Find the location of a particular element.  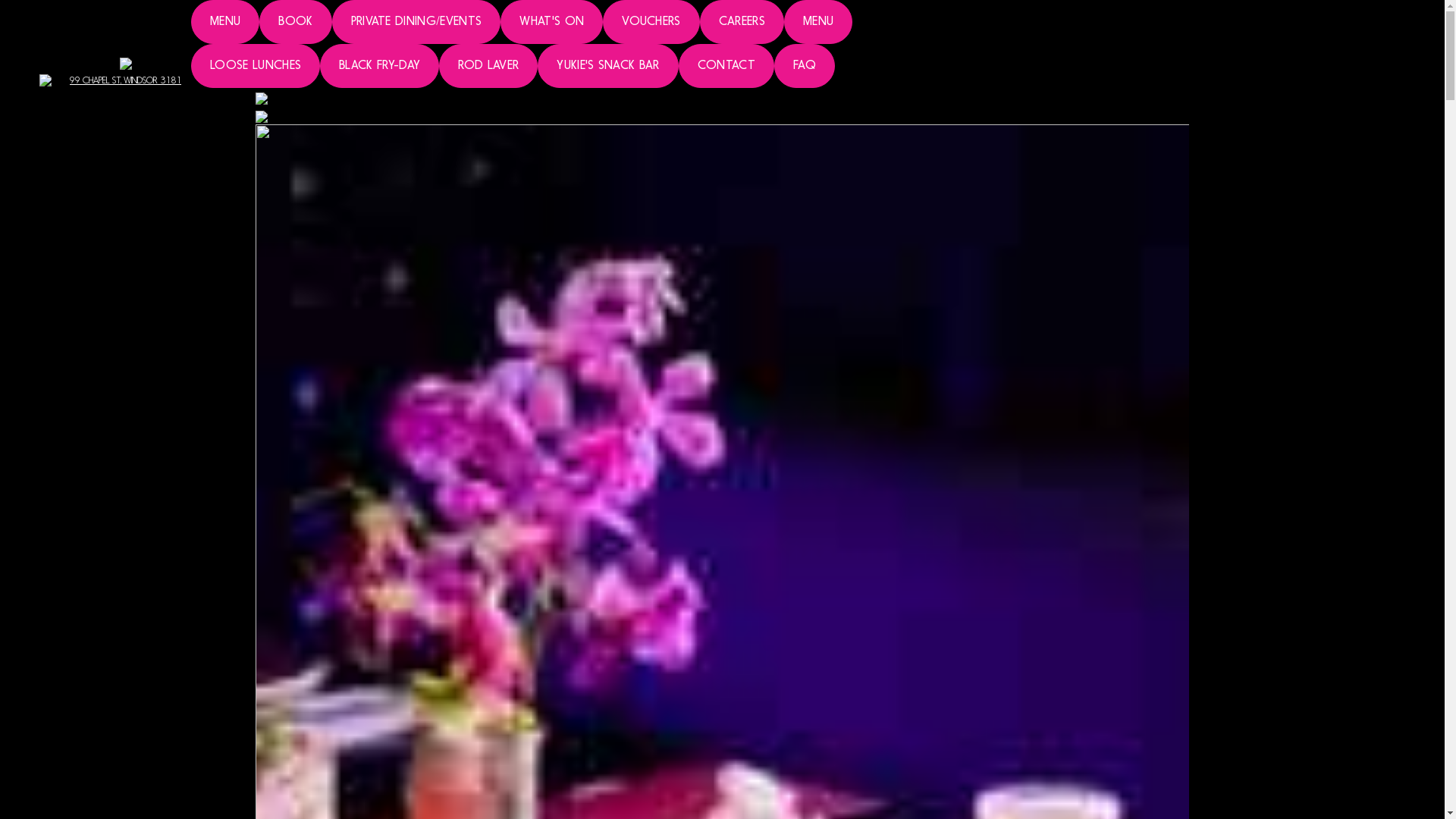

'BLACK FRY-DAY' is located at coordinates (379, 65).